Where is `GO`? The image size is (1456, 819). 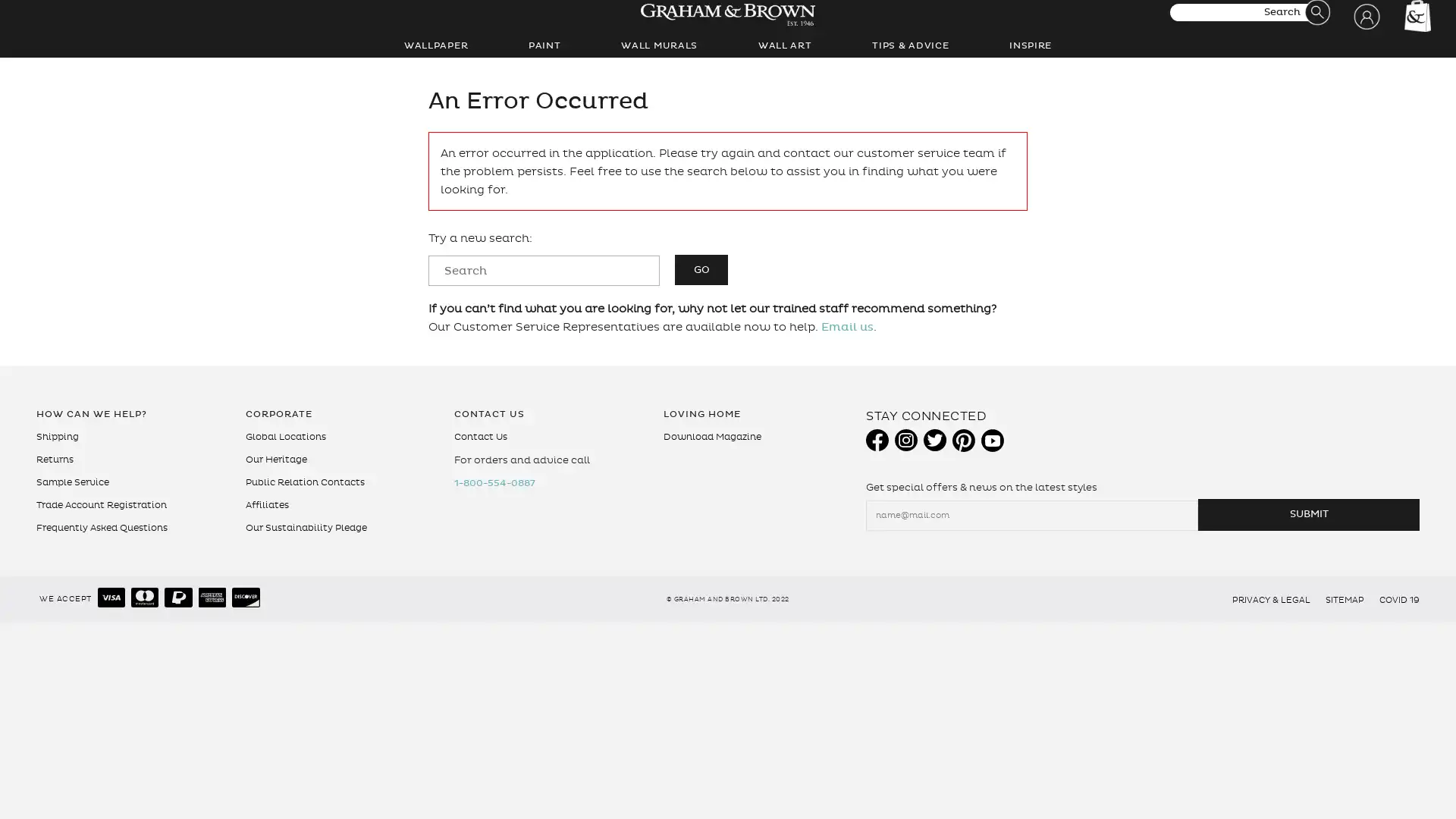 GO is located at coordinates (701, 268).